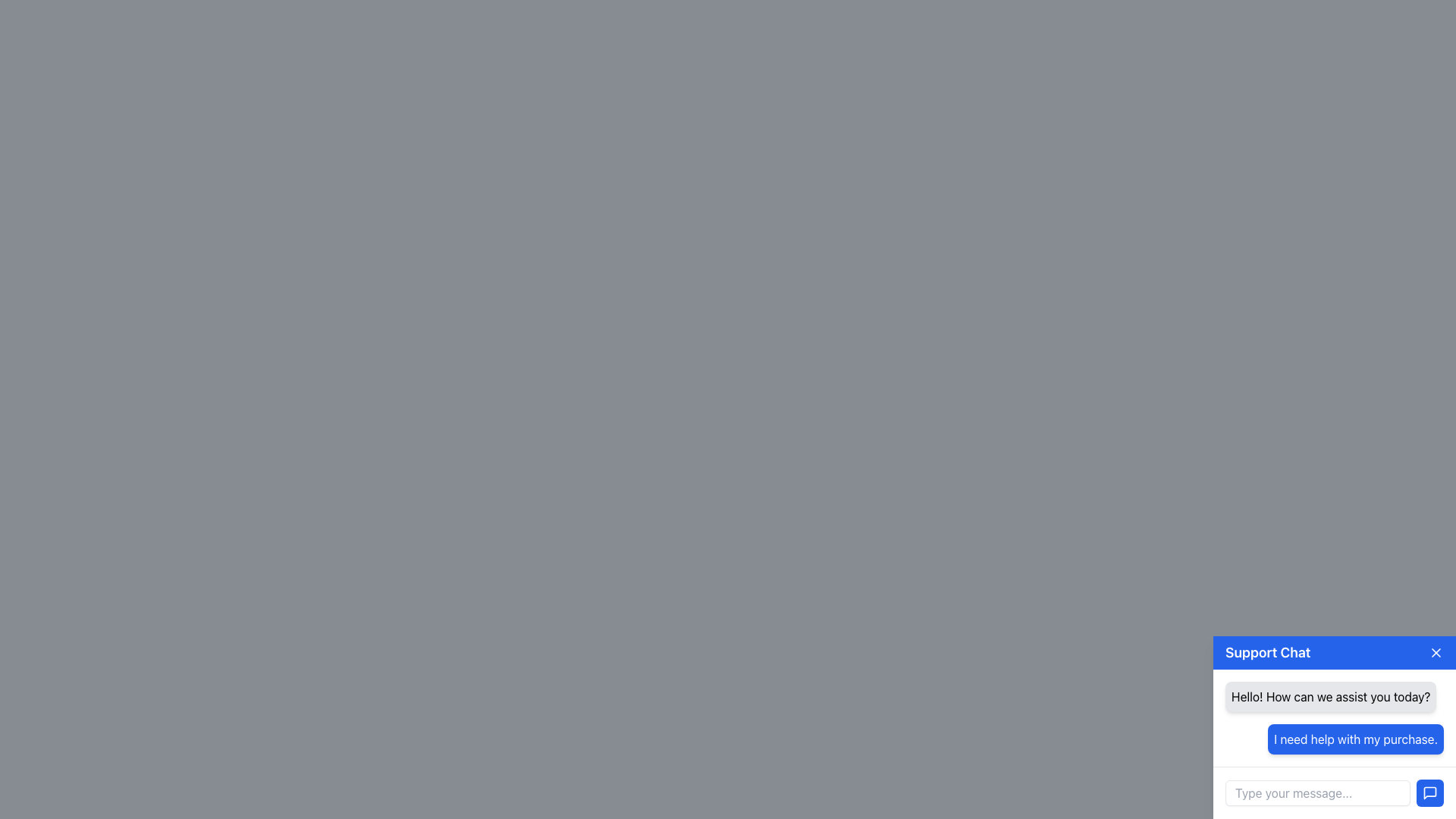 The height and width of the screenshot is (819, 1456). What do you see at coordinates (1268, 651) in the screenshot?
I see `the 'Support Chat' text label displayed in bold, large font size with a white color on a blue background located in the header of the chat window` at bounding box center [1268, 651].